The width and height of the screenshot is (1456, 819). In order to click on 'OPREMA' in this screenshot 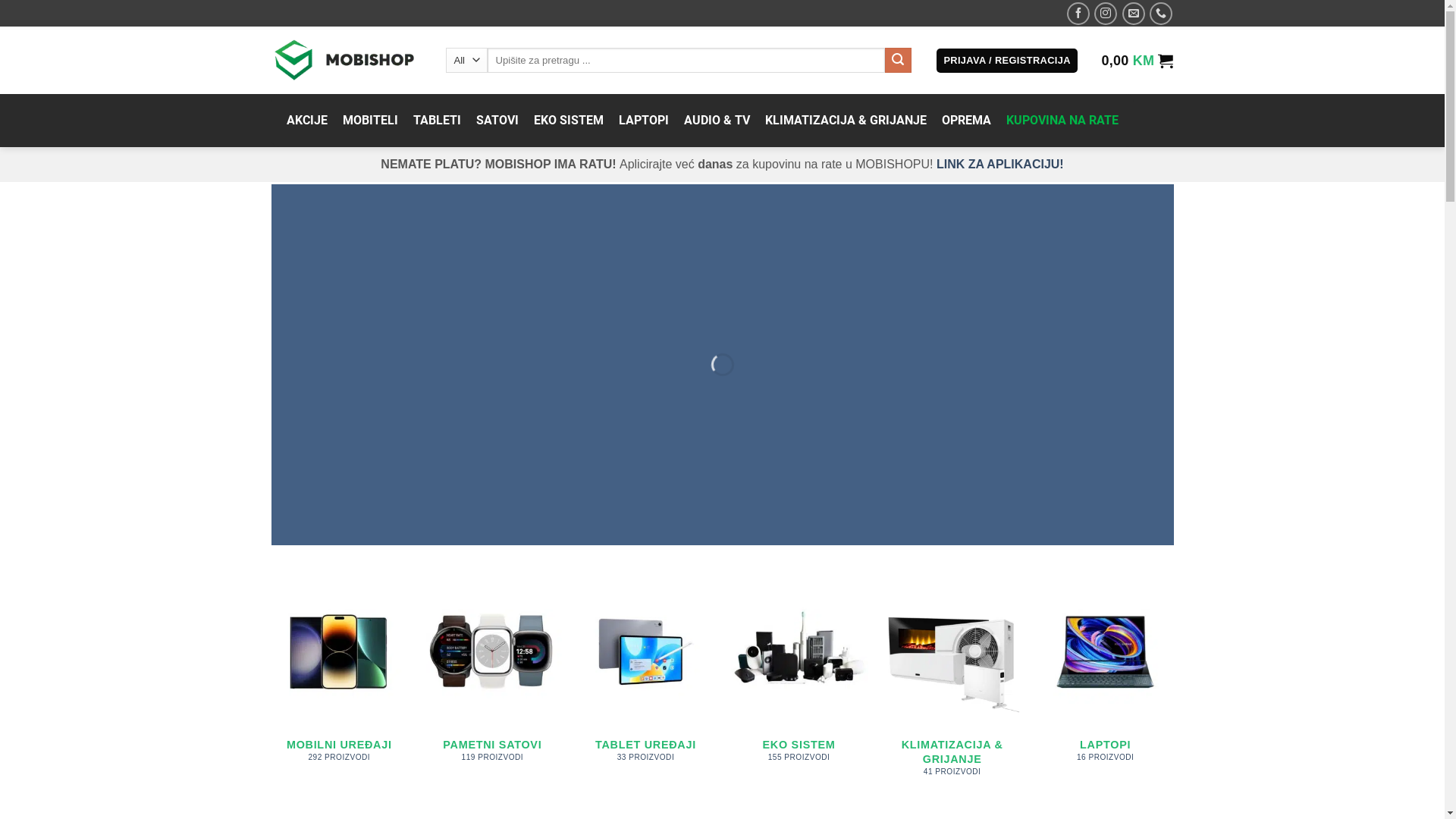, I will do `click(965, 119)`.